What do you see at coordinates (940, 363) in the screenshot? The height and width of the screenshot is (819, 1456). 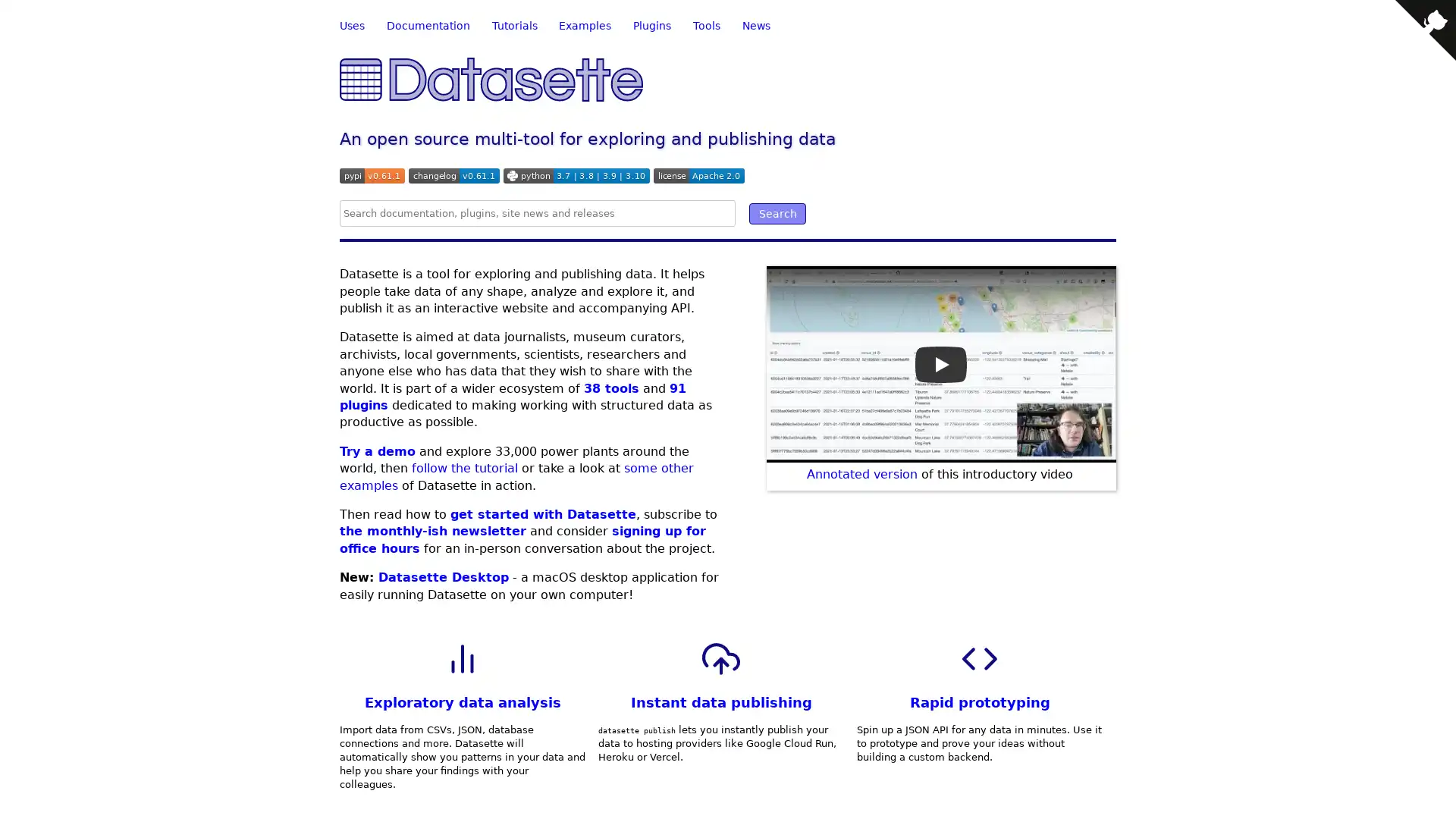 I see `Play: Introduction to Datasette and sqlite-utils` at bounding box center [940, 363].